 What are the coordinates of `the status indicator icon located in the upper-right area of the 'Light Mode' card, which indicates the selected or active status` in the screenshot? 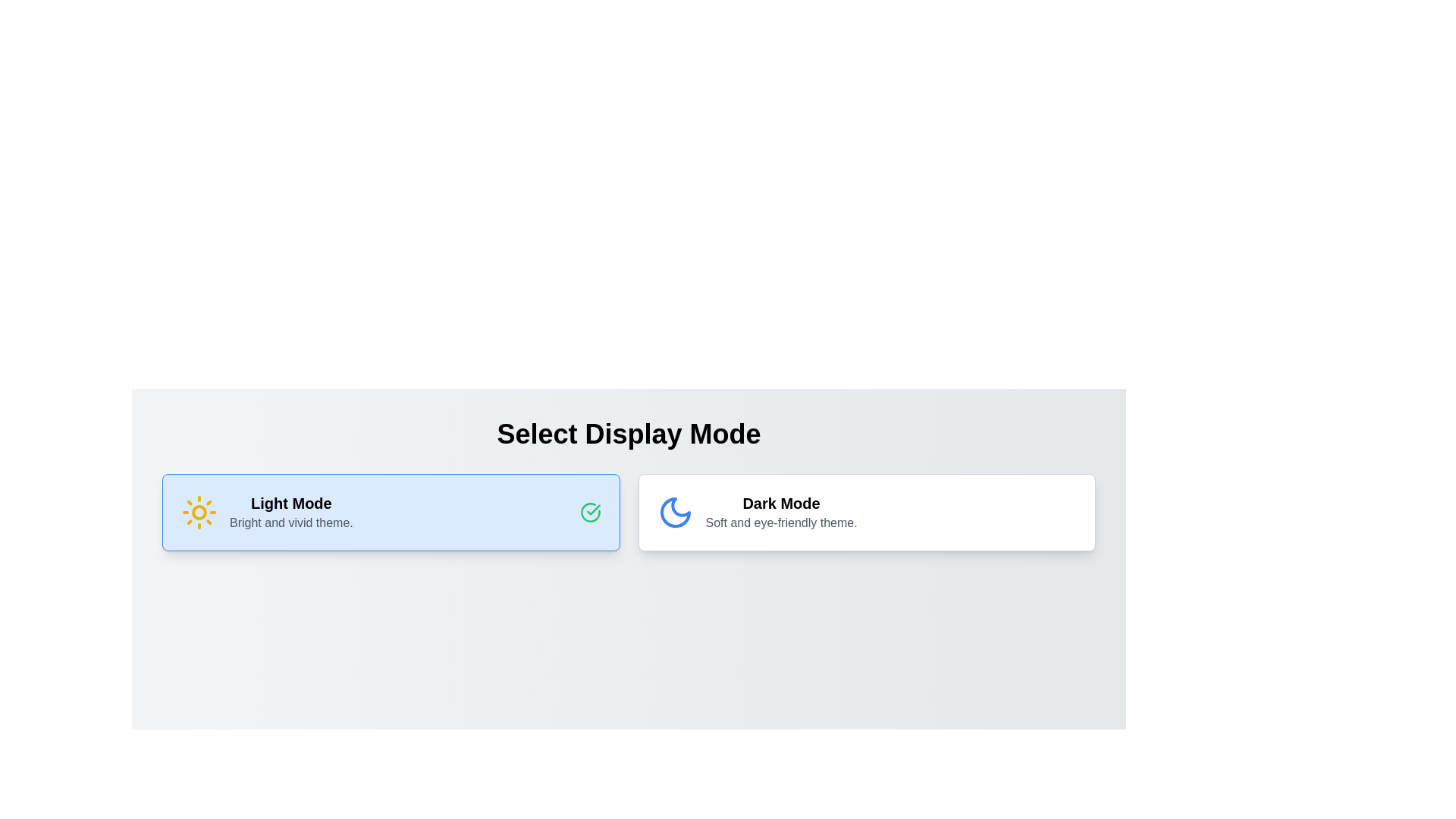 It's located at (592, 510).